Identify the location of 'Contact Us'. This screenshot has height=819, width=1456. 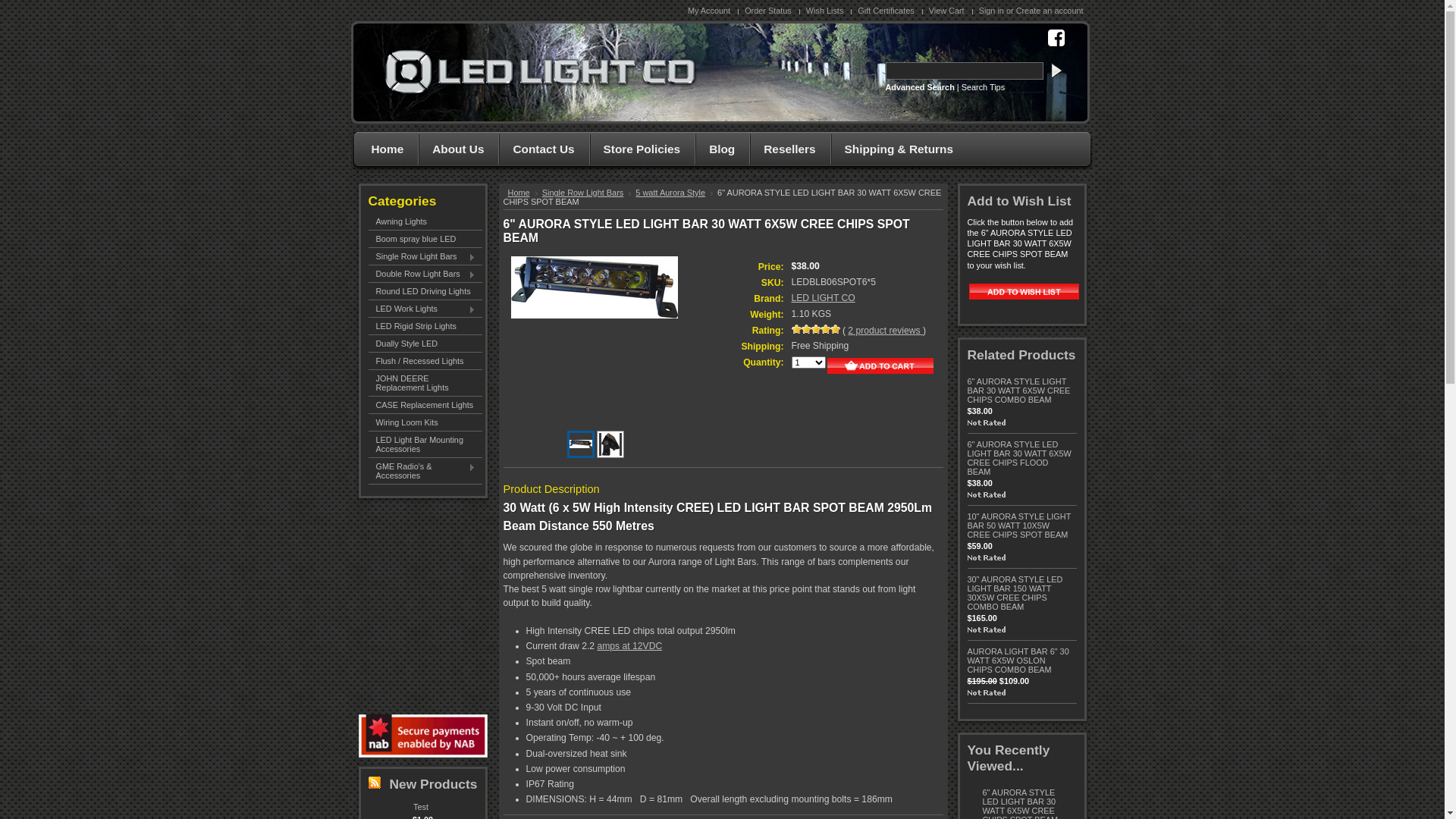
(539, 150).